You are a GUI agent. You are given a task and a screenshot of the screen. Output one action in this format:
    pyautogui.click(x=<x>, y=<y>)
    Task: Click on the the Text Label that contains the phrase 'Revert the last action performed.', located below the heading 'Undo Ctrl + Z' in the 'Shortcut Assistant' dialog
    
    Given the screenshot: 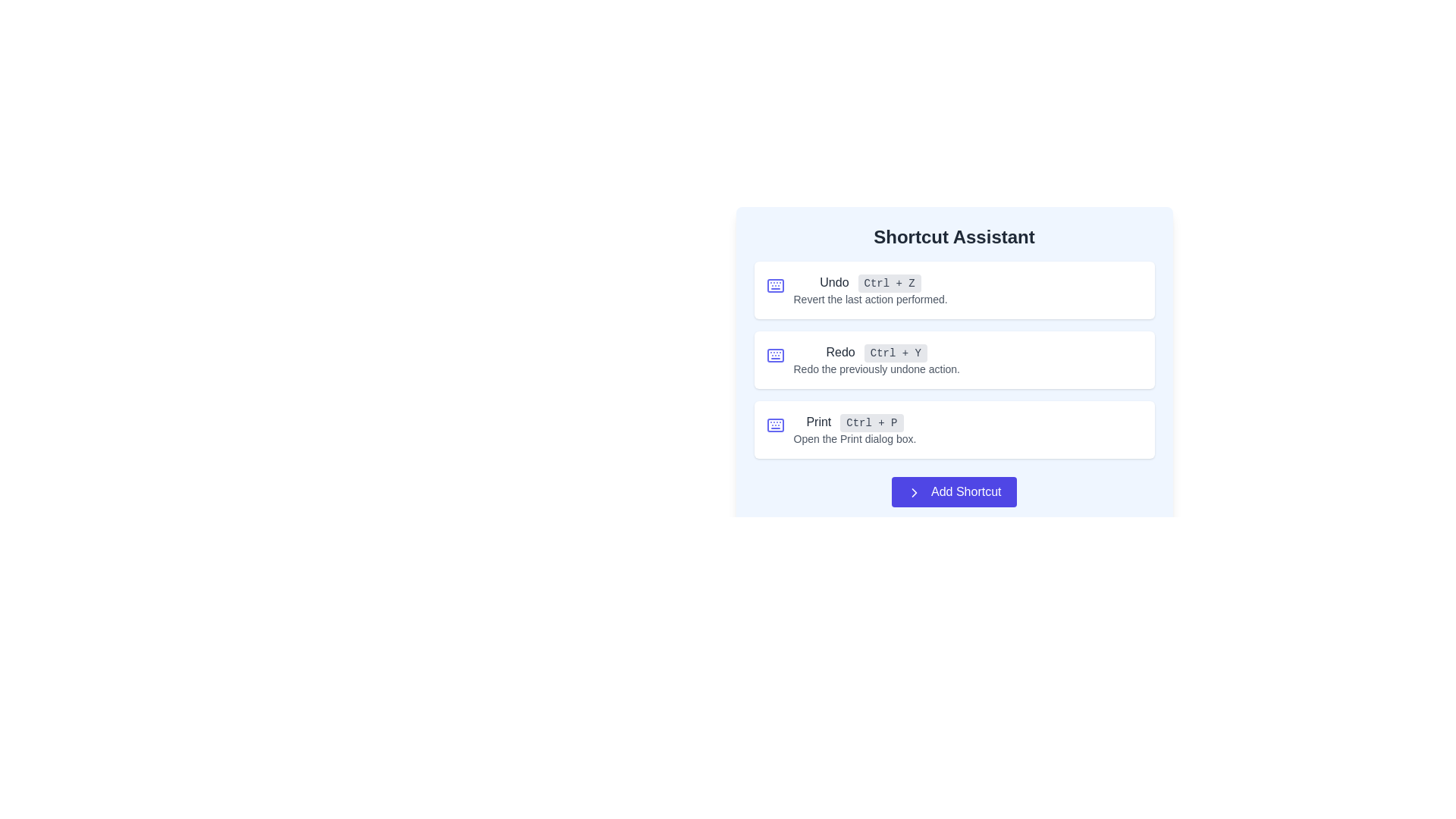 What is the action you would take?
    pyautogui.click(x=870, y=299)
    